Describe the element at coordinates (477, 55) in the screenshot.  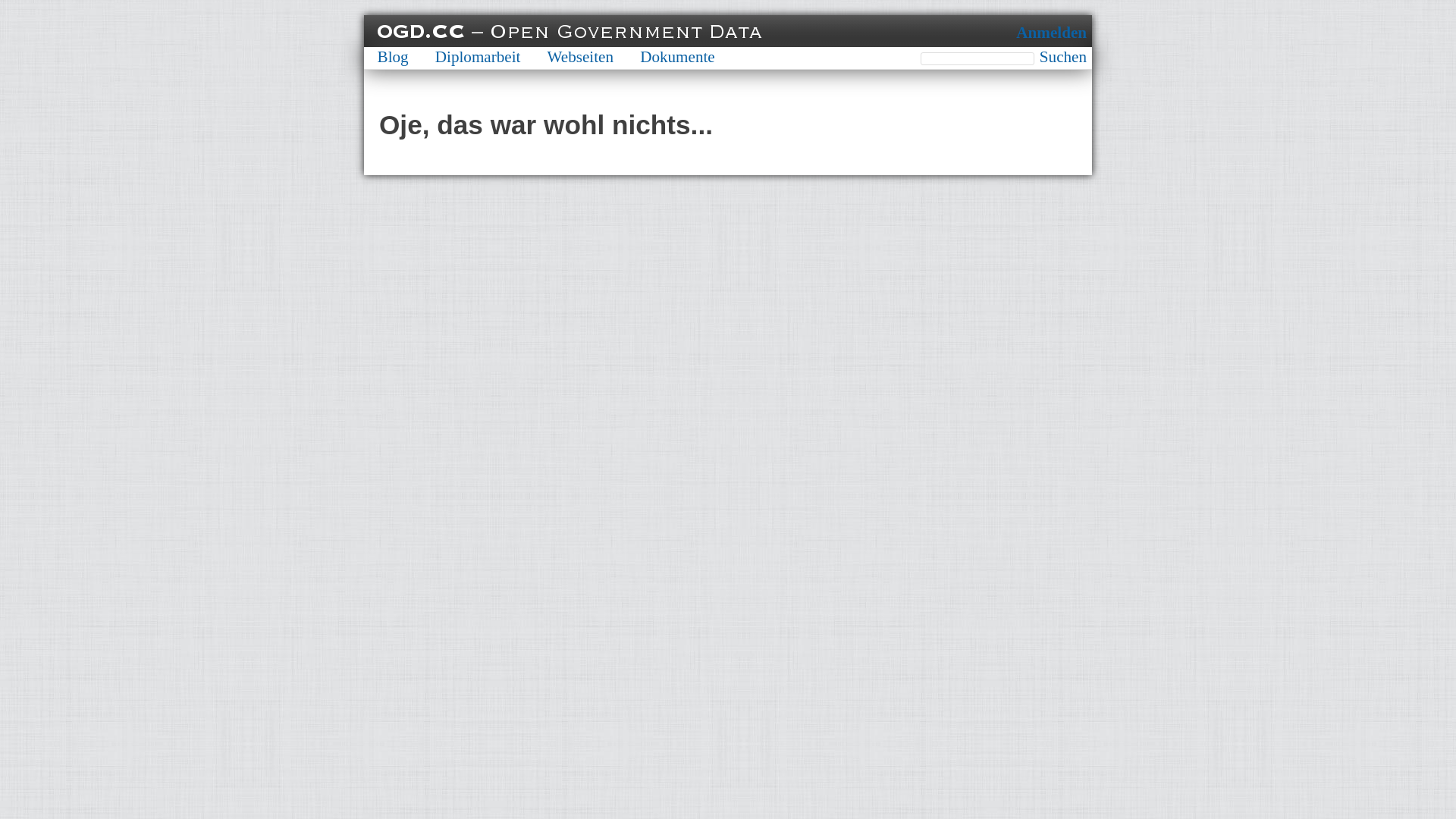
I see `'Diplomarbeit'` at that location.